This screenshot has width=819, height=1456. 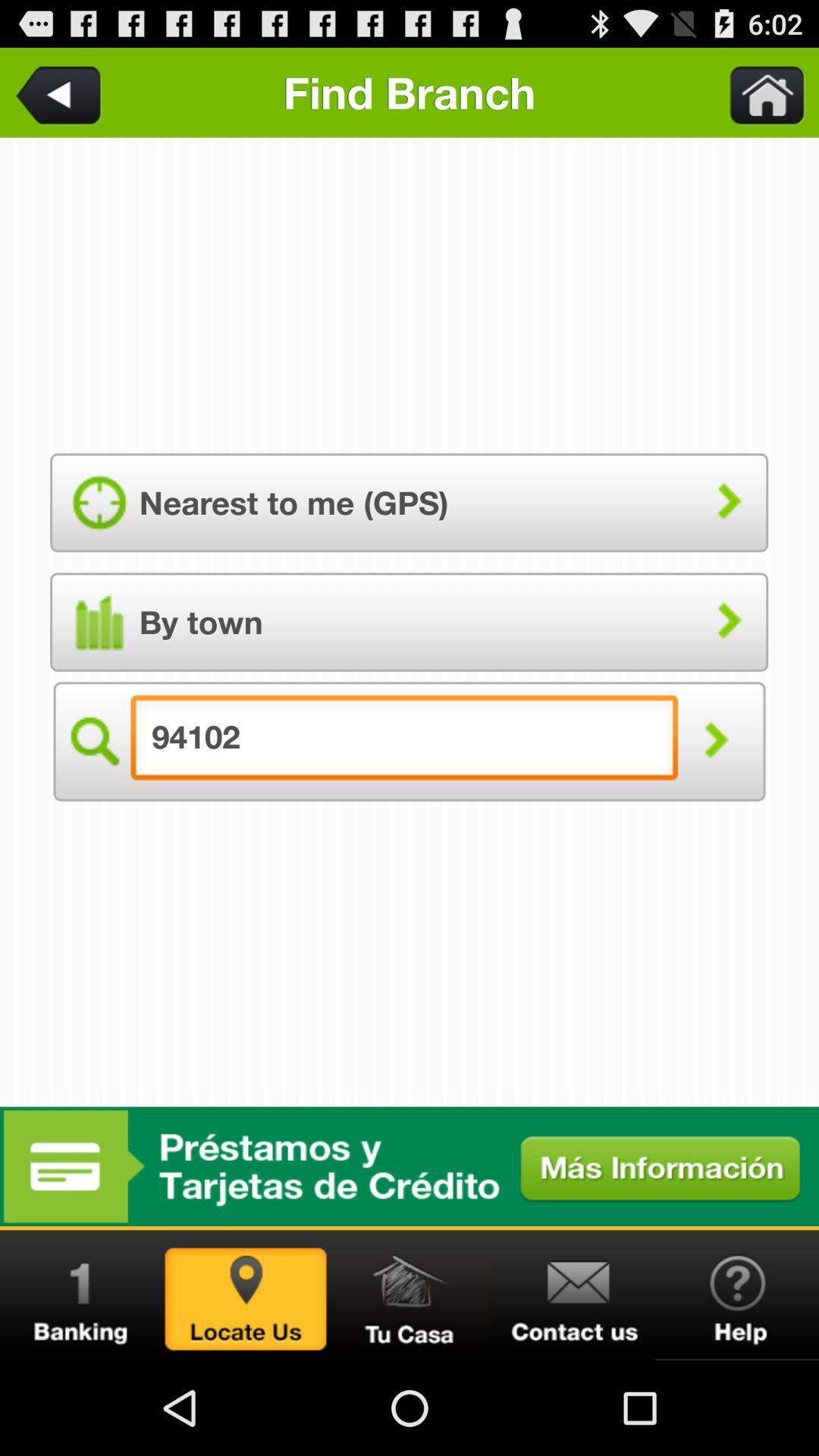 I want to click on open contact us page, so click(x=573, y=1294).